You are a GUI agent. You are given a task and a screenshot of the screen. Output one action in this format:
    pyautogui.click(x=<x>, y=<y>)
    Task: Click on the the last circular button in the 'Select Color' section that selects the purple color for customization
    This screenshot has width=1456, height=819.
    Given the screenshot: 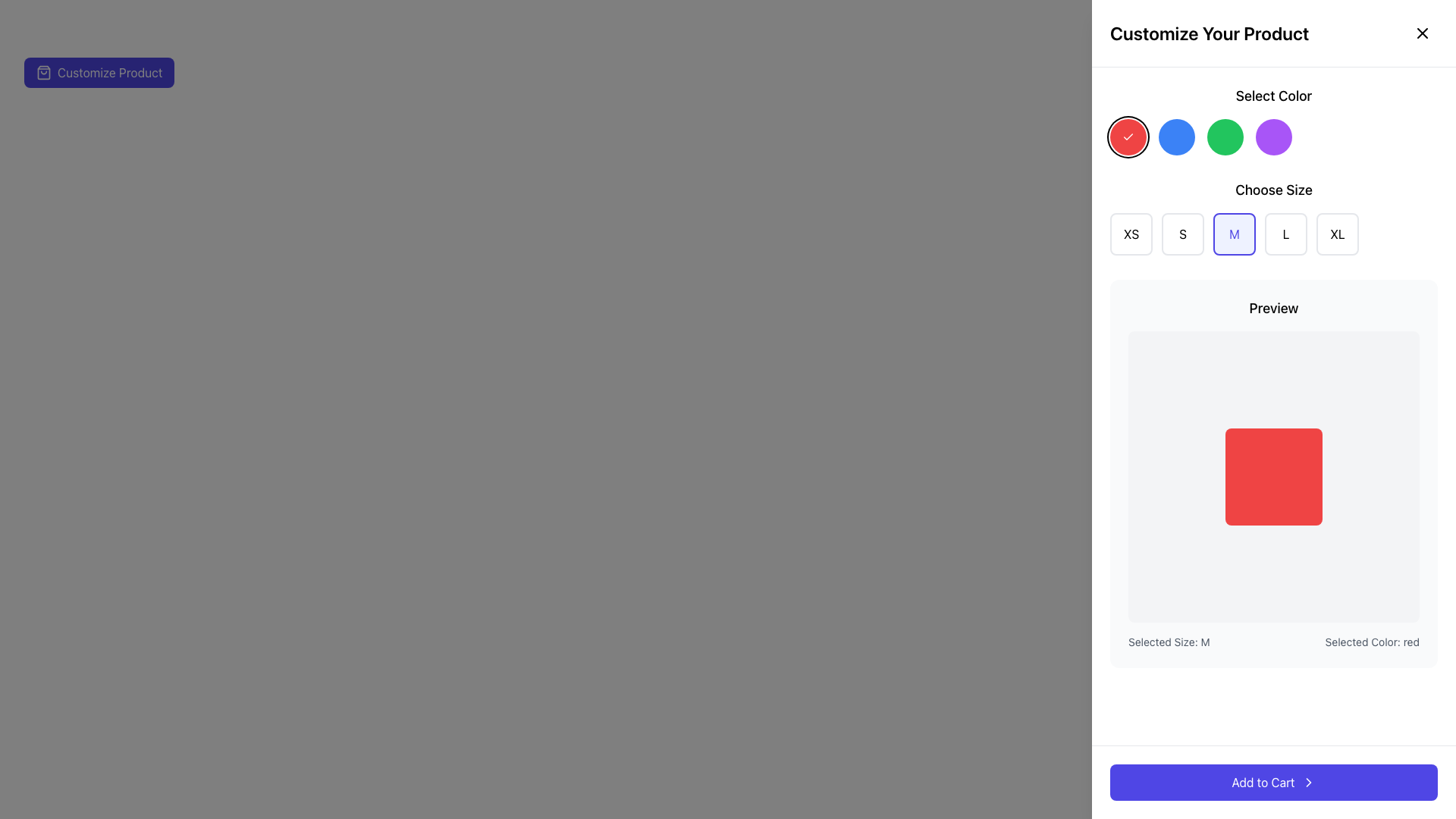 What is the action you would take?
    pyautogui.click(x=1274, y=137)
    